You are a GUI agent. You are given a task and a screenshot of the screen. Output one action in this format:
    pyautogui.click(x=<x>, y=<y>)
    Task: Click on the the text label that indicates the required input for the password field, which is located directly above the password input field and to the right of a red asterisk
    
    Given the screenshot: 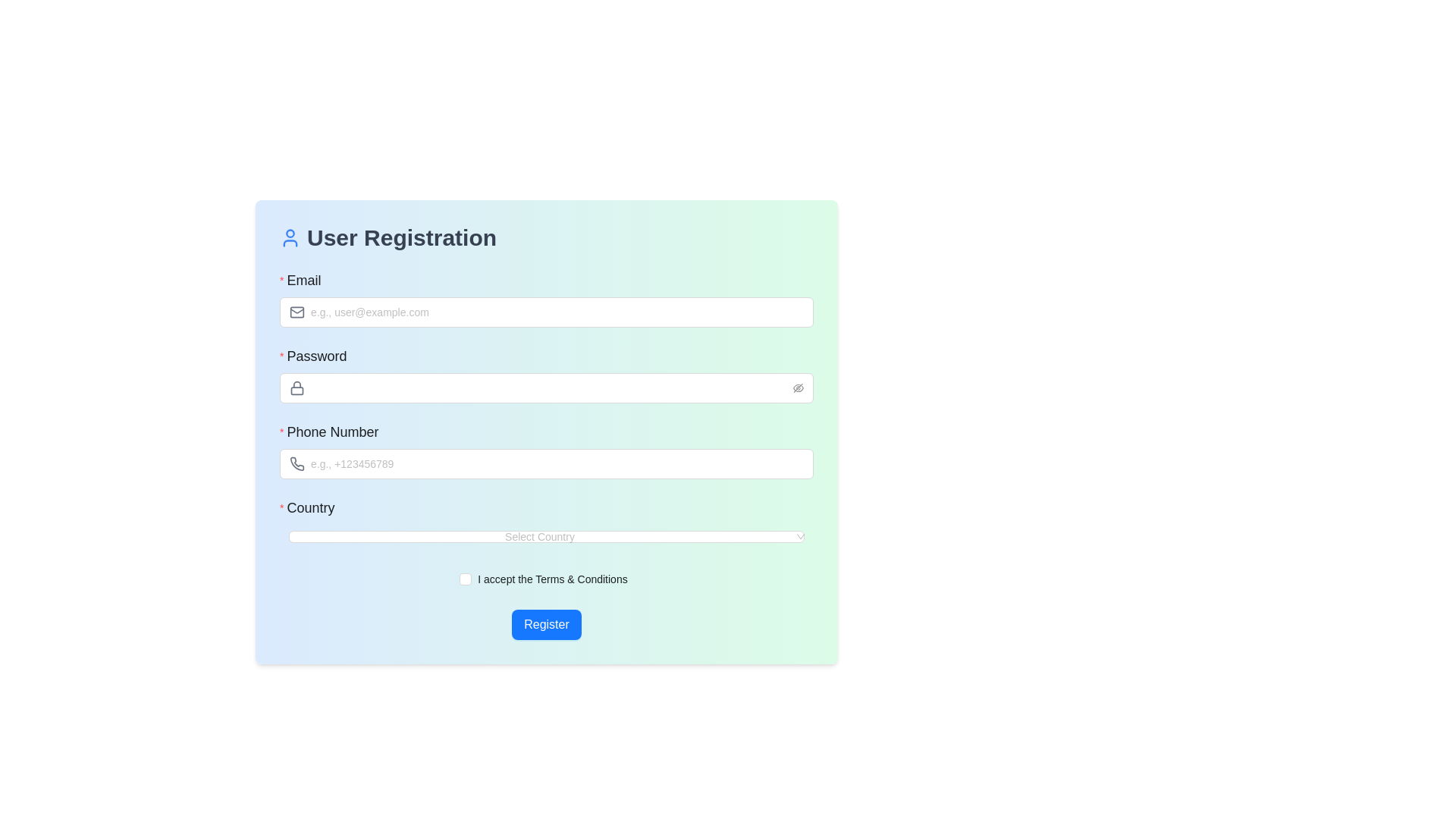 What is the action you would take?
    pyautogui.click(x=315, y=356)
    